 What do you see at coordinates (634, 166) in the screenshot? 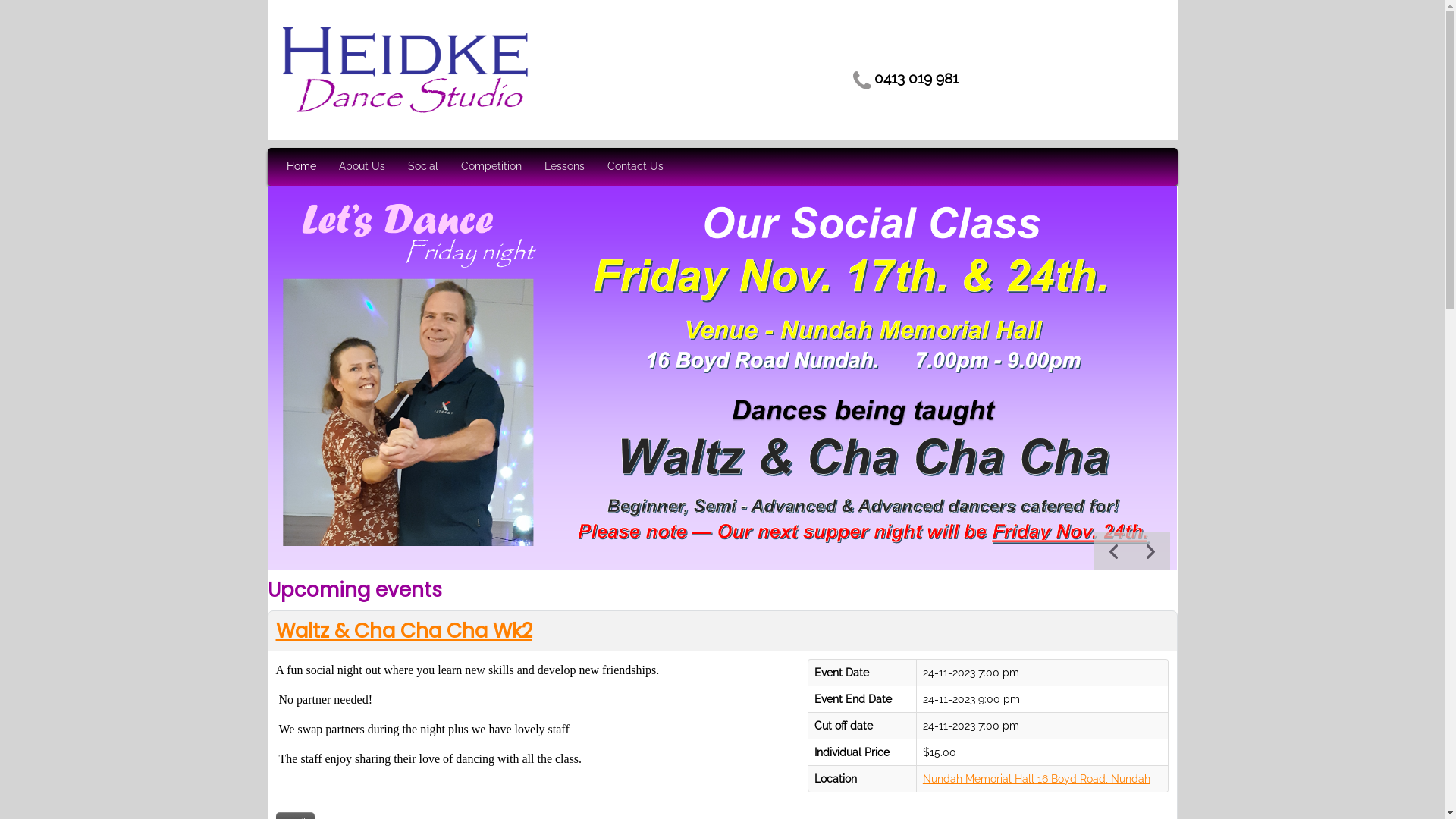
I see `'Contact Us'` at bounding box center [634, 166].